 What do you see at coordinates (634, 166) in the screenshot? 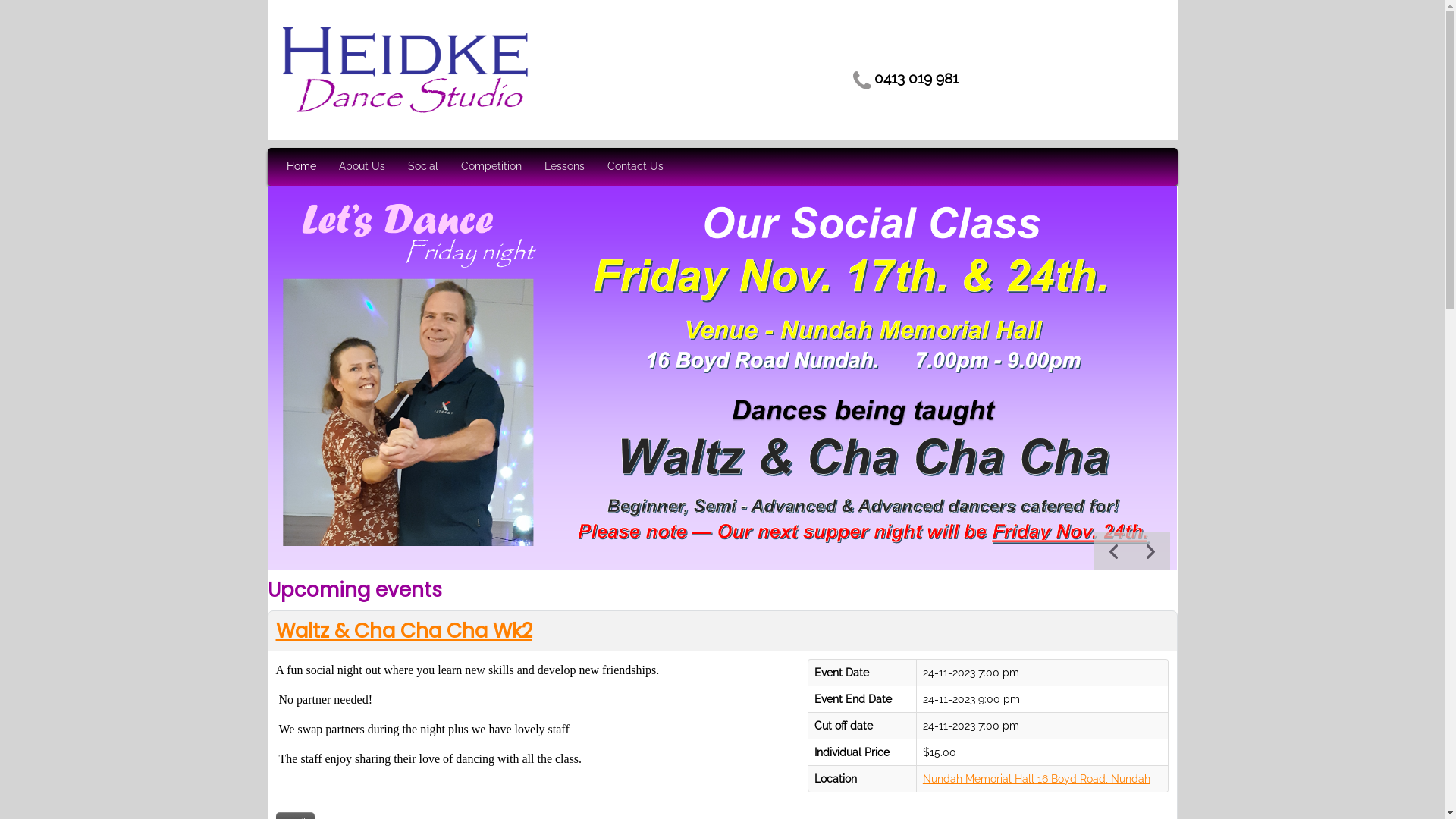
I see `'Contact Us'` at bounding box center [634, 166].